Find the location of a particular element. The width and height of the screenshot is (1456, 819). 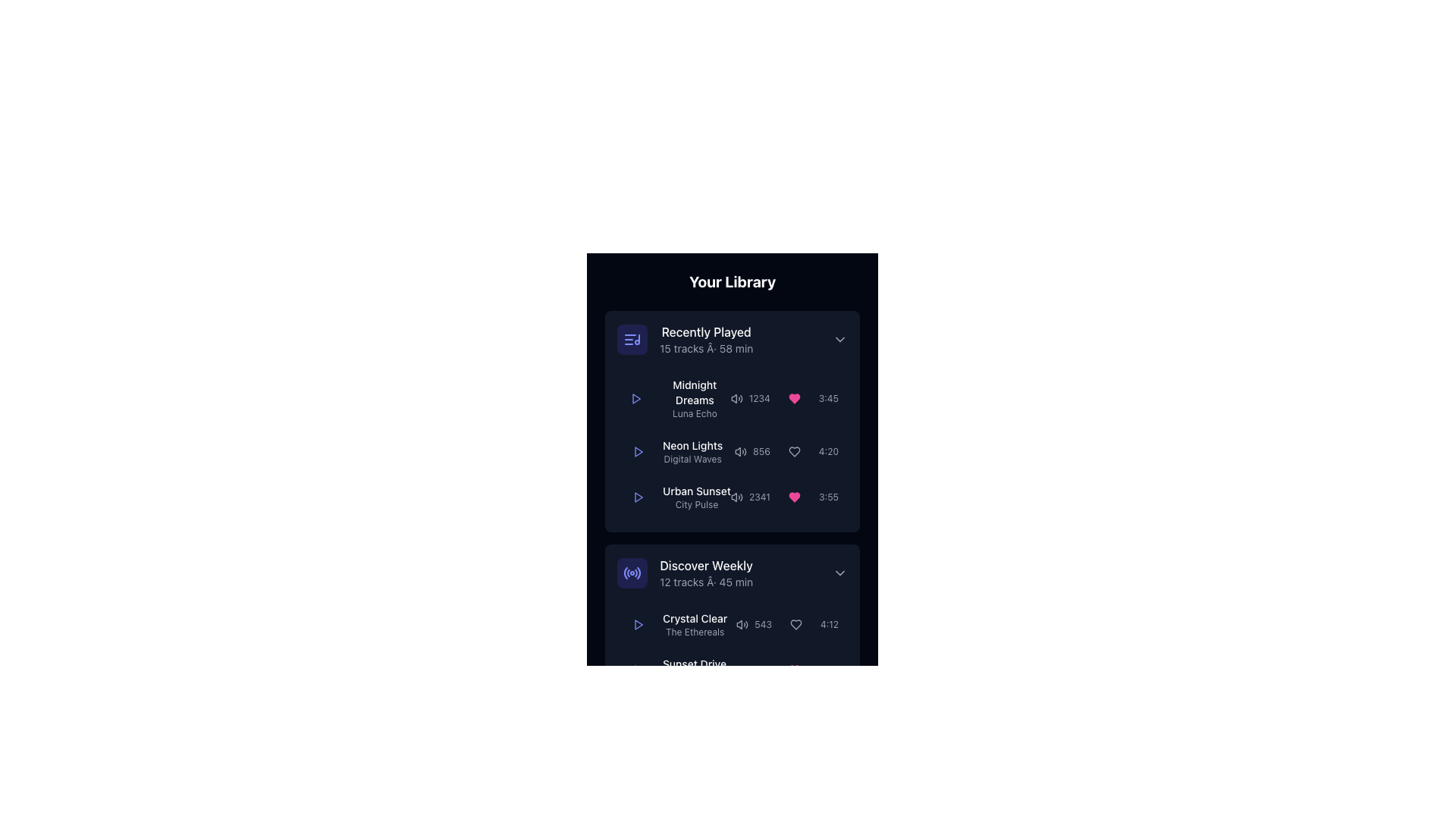

the small triangular icon indicative of a speaker or sound system design located near the song 'Urban Sunset' under 'Recently Played' is located at coordinates (734, 497).